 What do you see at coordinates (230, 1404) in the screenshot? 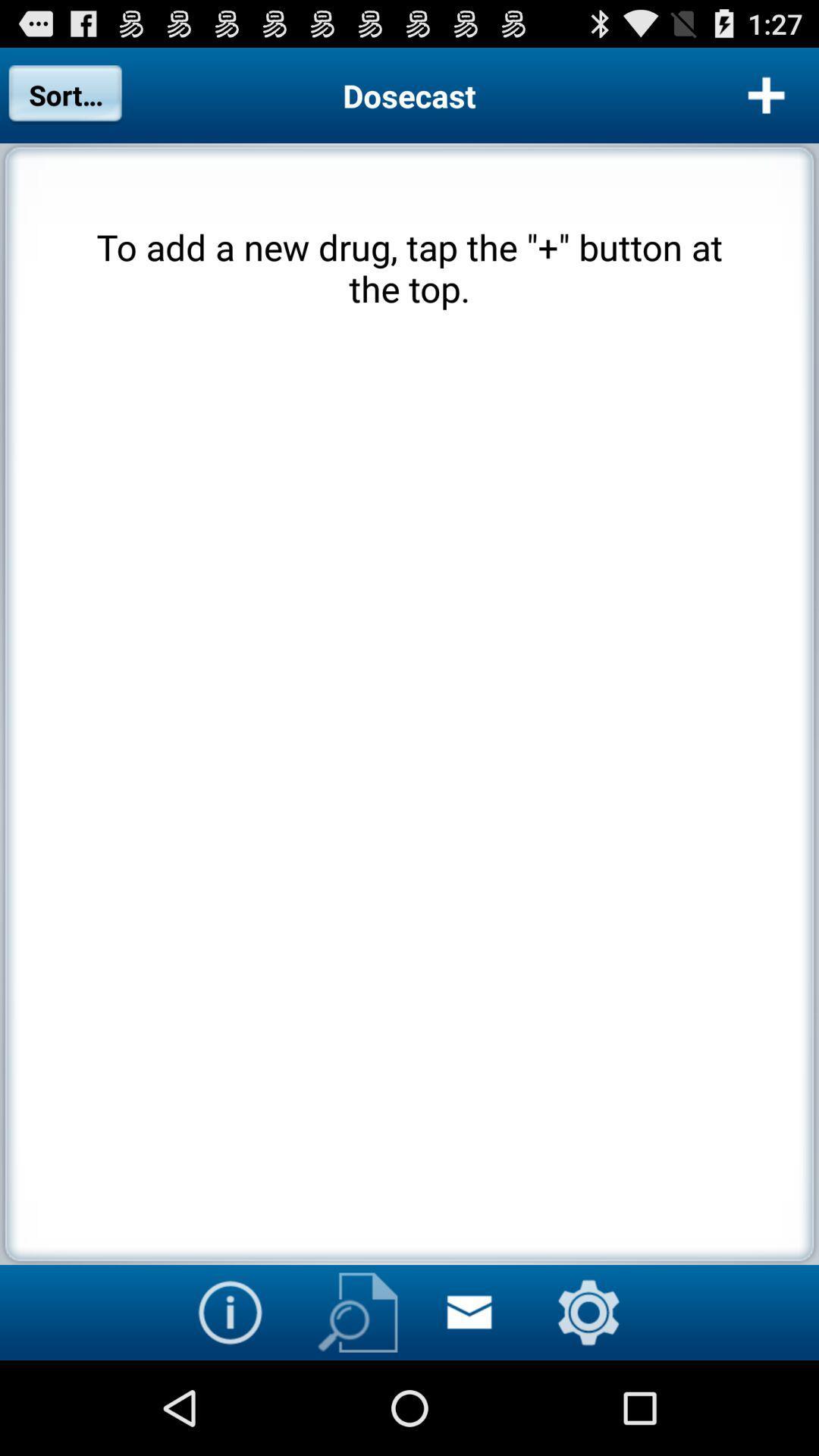
I see `the info icon` at bounding box center [230, 1404].